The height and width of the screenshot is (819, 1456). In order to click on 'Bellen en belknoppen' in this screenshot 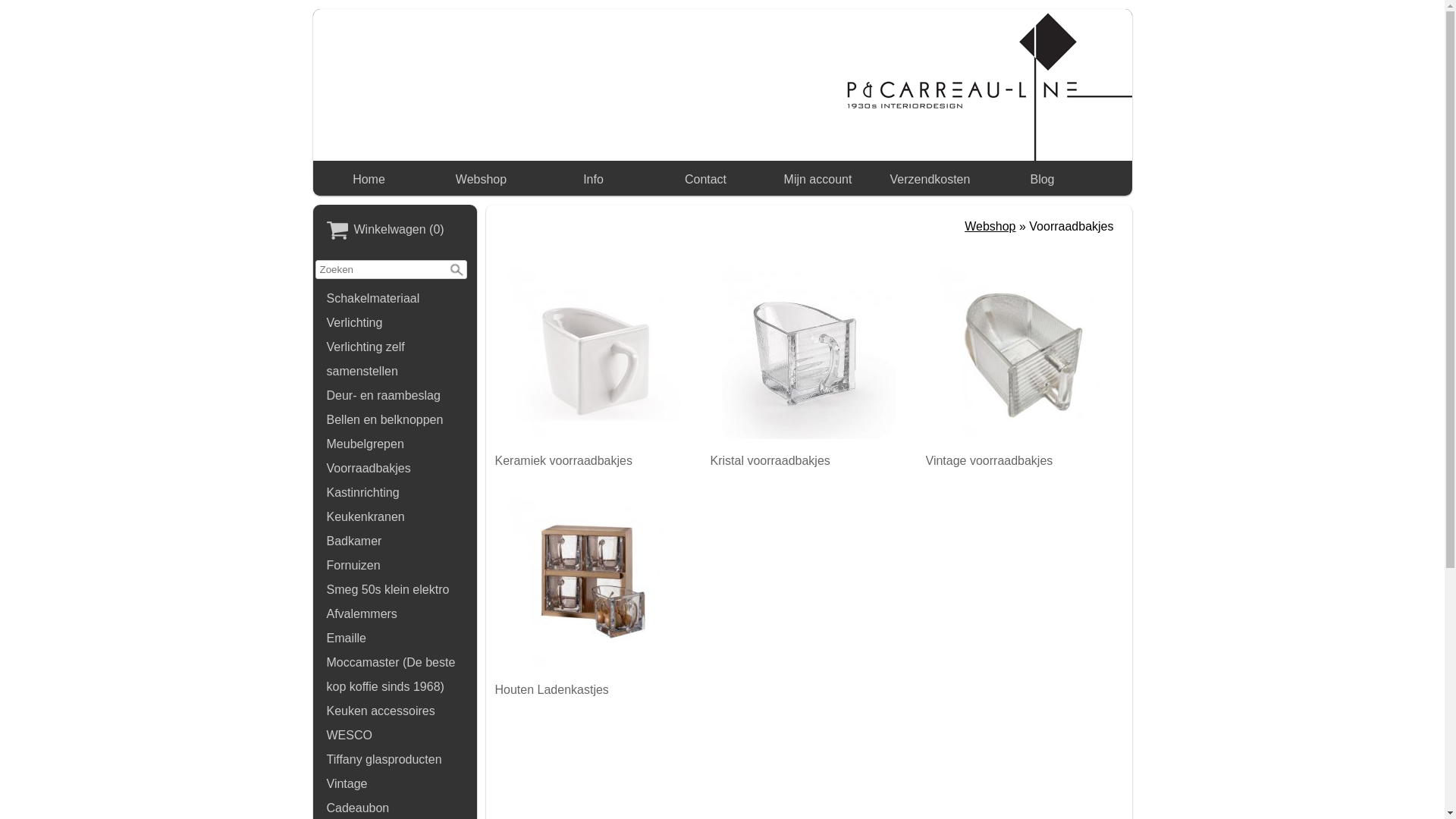, I will do `click(395, 420)`.